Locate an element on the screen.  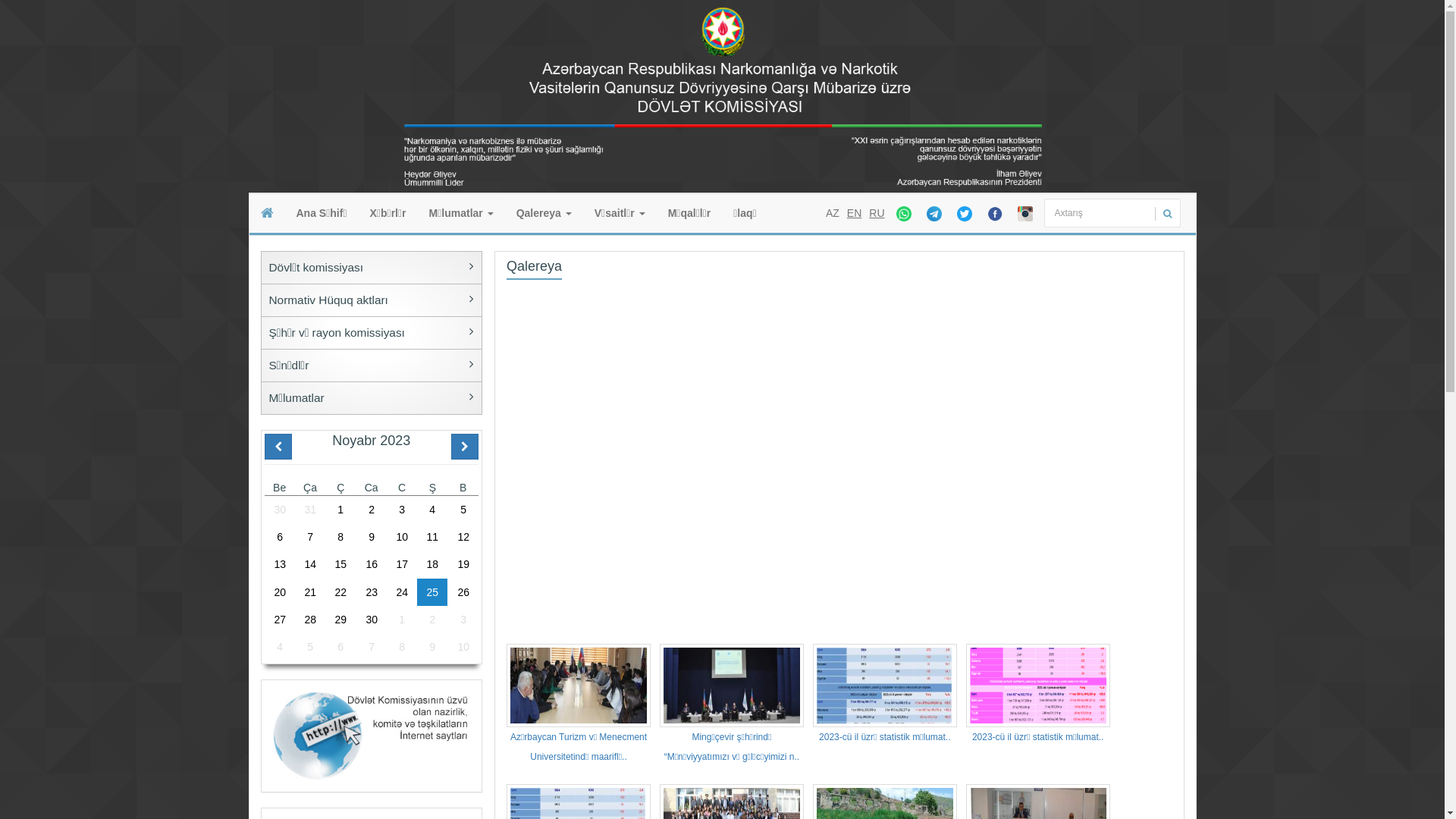
'RU' is located at coordinates (877, 213).